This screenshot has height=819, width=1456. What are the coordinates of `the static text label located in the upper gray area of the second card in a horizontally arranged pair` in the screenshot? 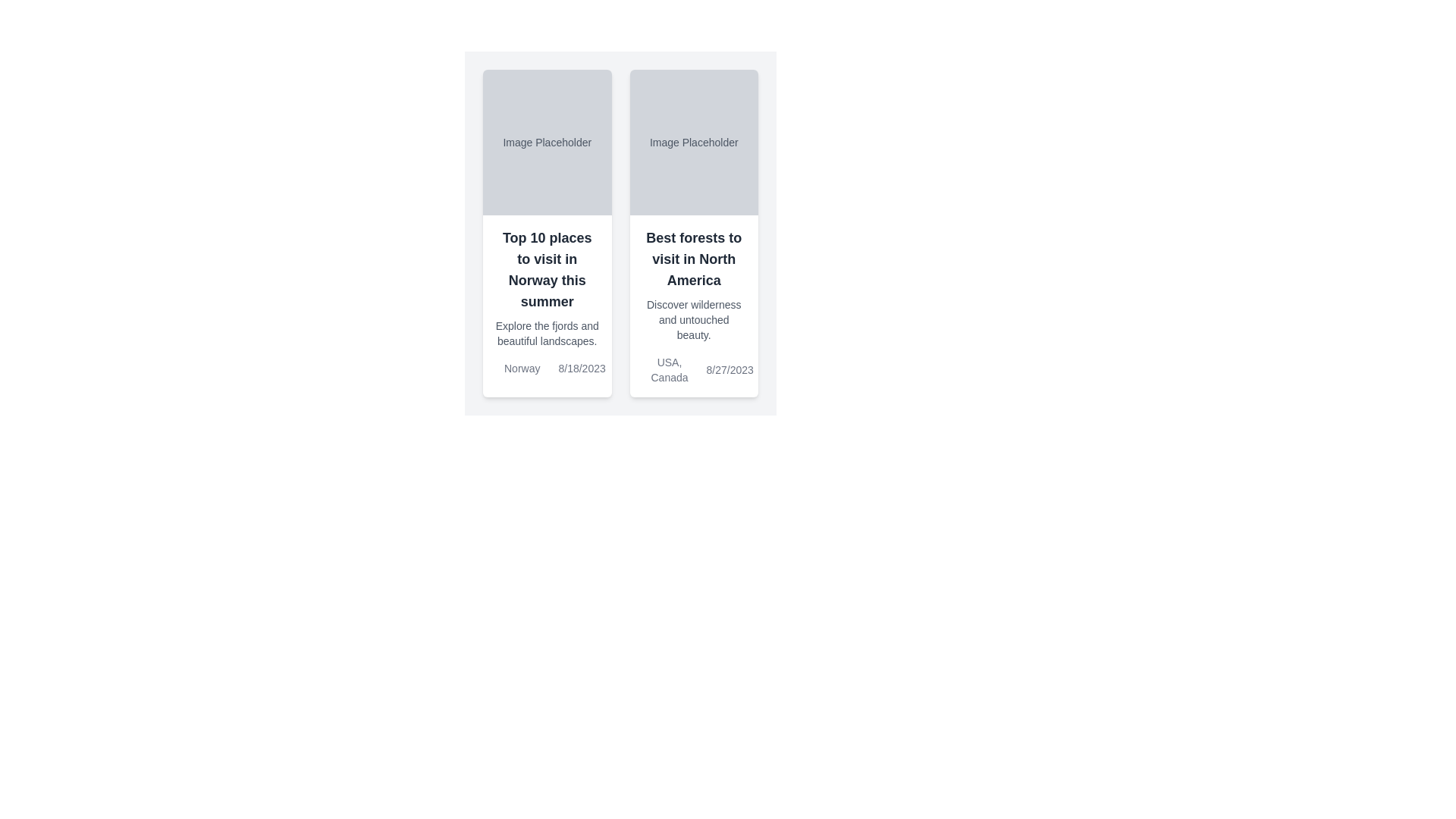 It's located at (693, 143).